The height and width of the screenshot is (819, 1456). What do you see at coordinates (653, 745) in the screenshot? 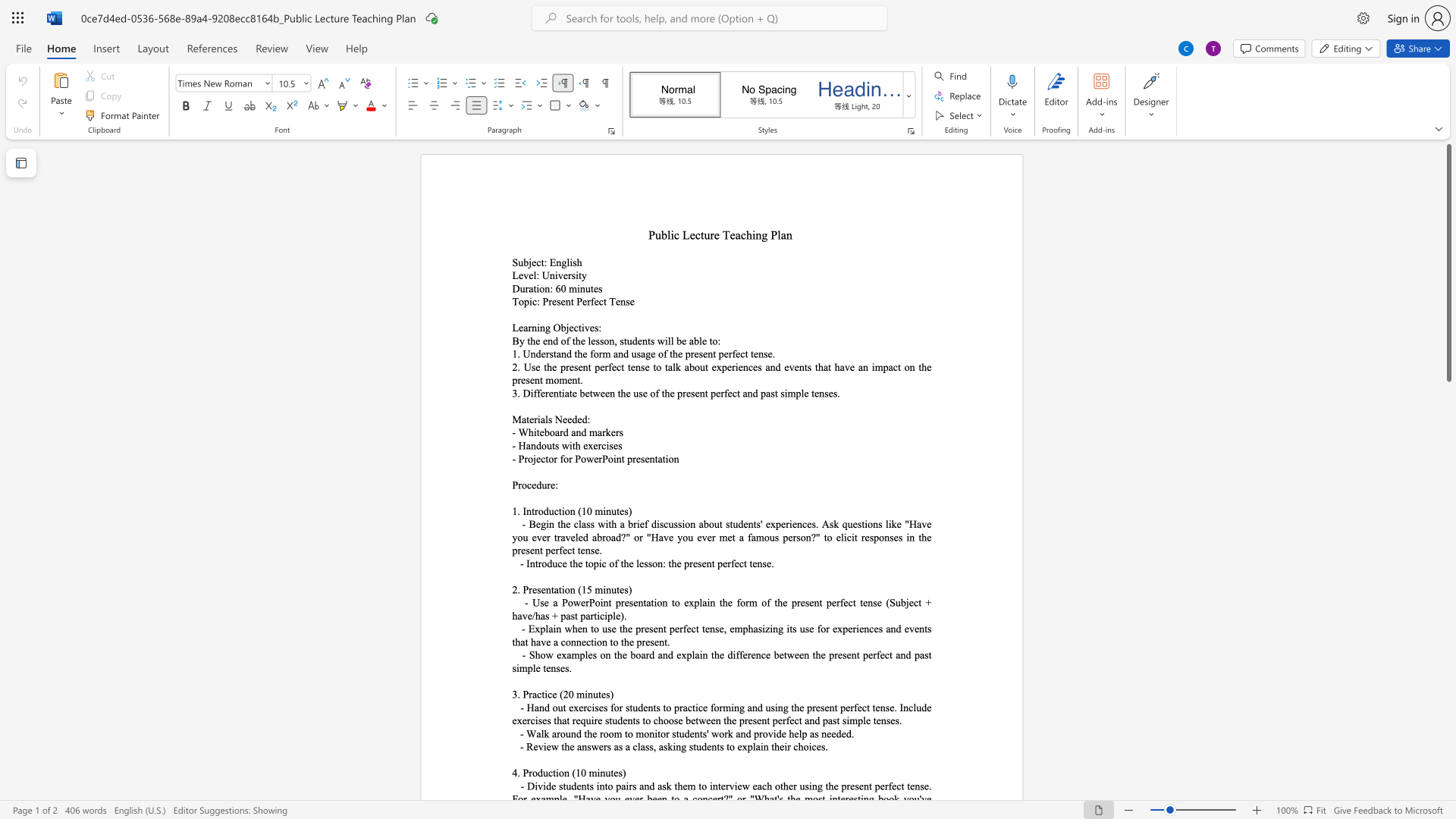
I see `the space between the continuous character "s" and "," in the text` at bounding box center [653, 745].